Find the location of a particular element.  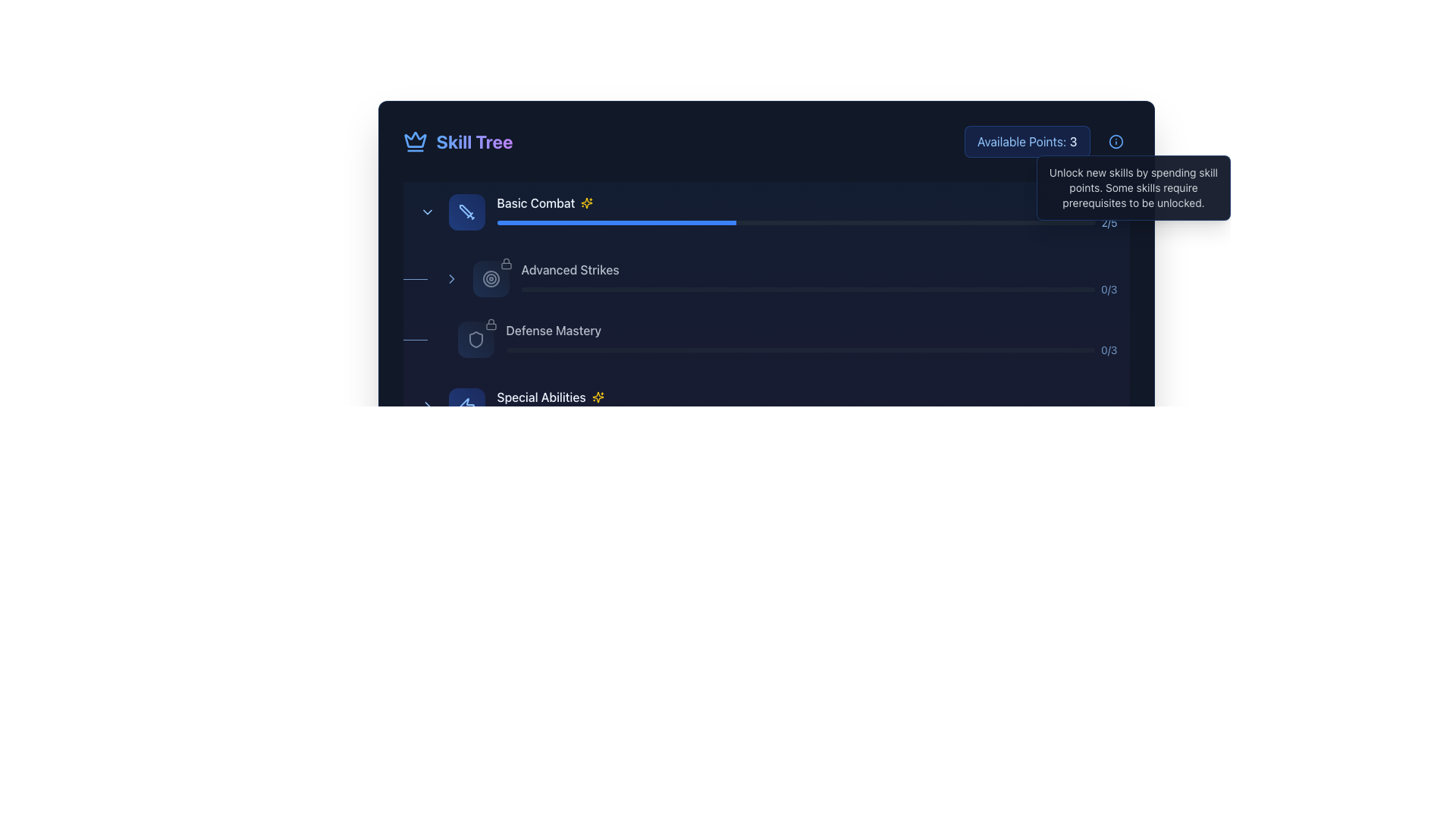

the small blue sword icon in the 'Basic Combat' section of the 'Skill Tree', which is the first icon in the list of skill categories is located at coordinates (466, 212).